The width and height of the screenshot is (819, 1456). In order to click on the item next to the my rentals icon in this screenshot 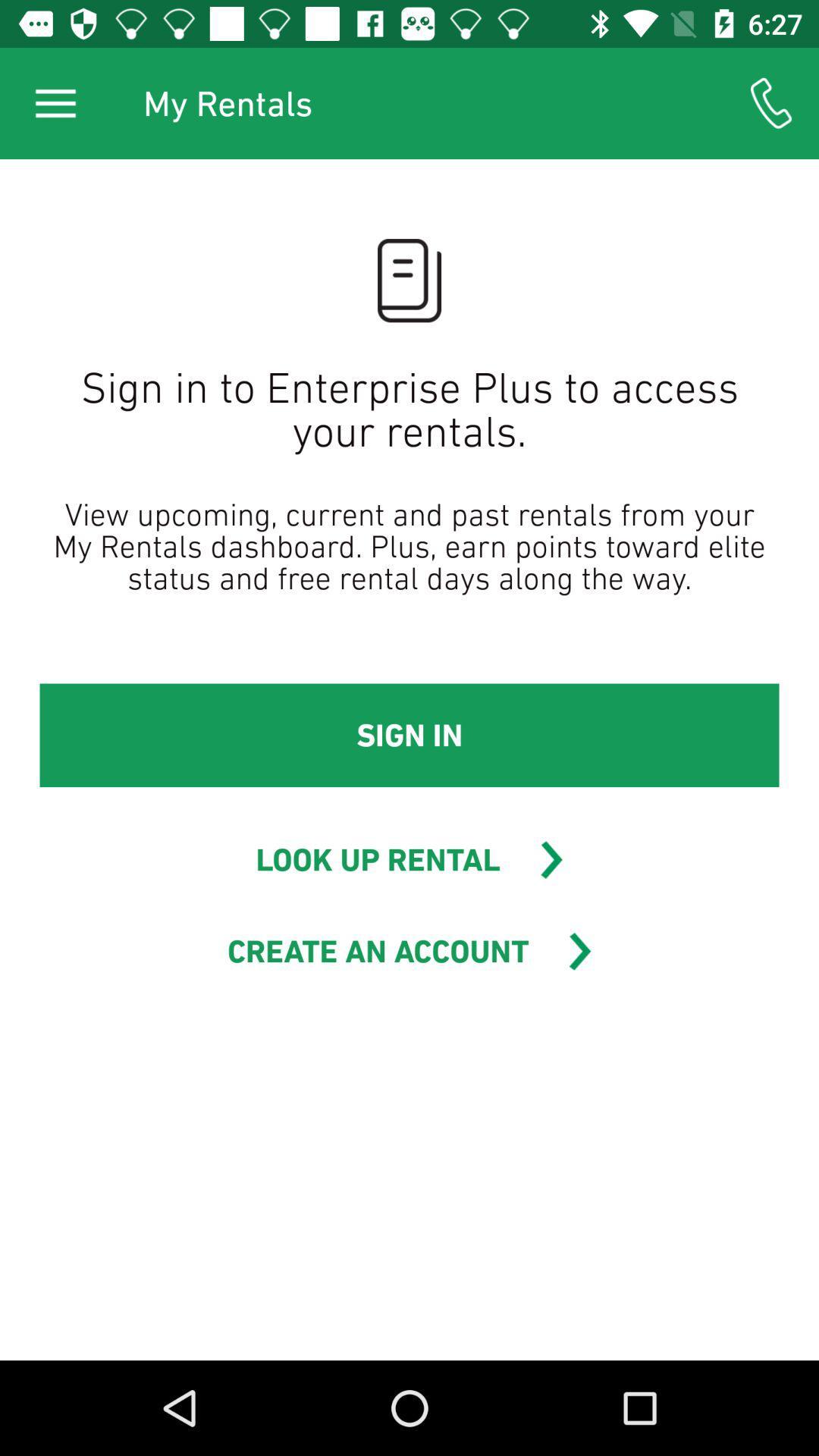, I will do `click(55, 102)`.